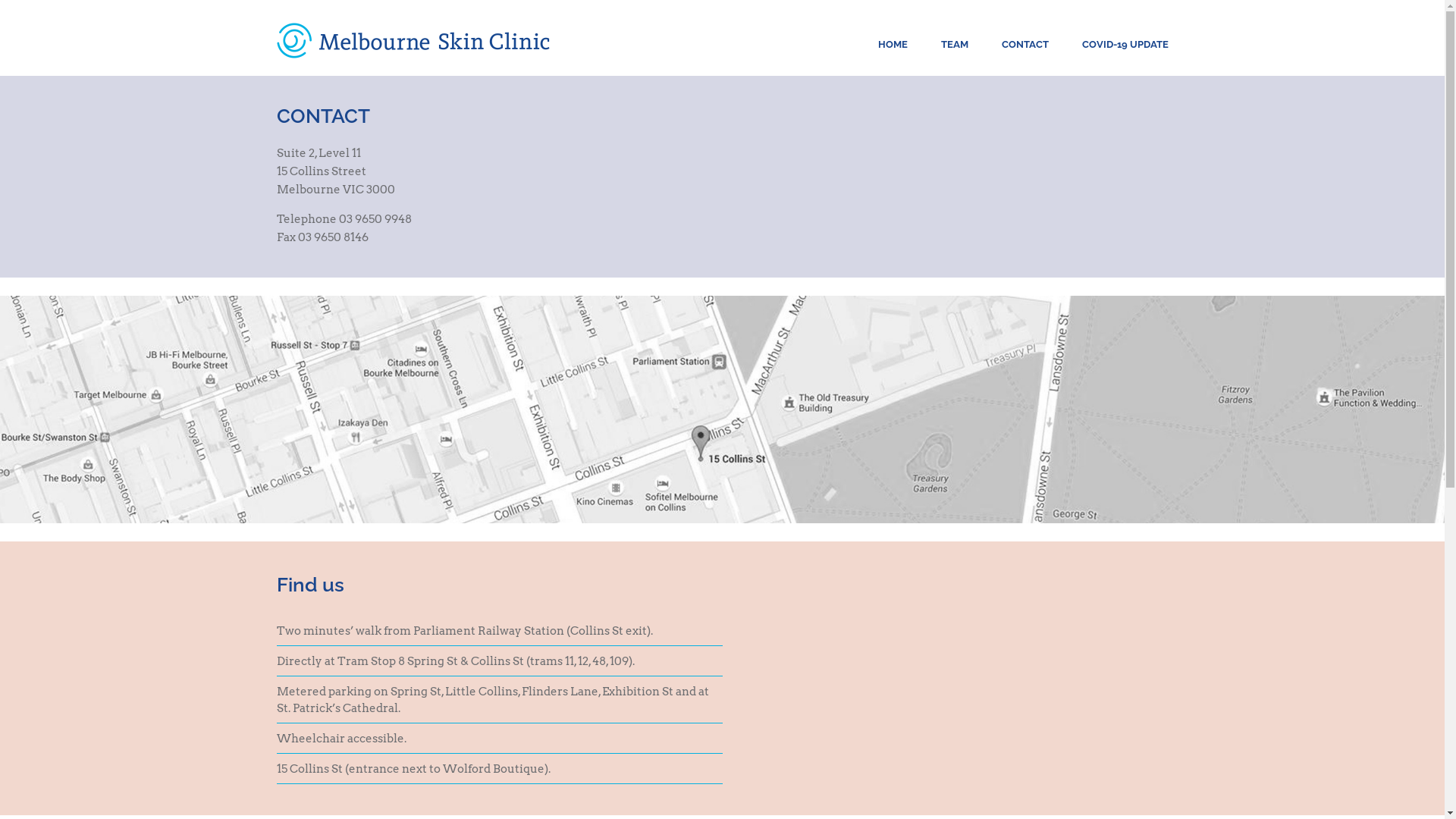 The width and height of the screenshot is (1456, 819). What do you see at coordinates (939, 43) in the screenshot?
I see `'TEAM'` at bounding box center [939, 43].